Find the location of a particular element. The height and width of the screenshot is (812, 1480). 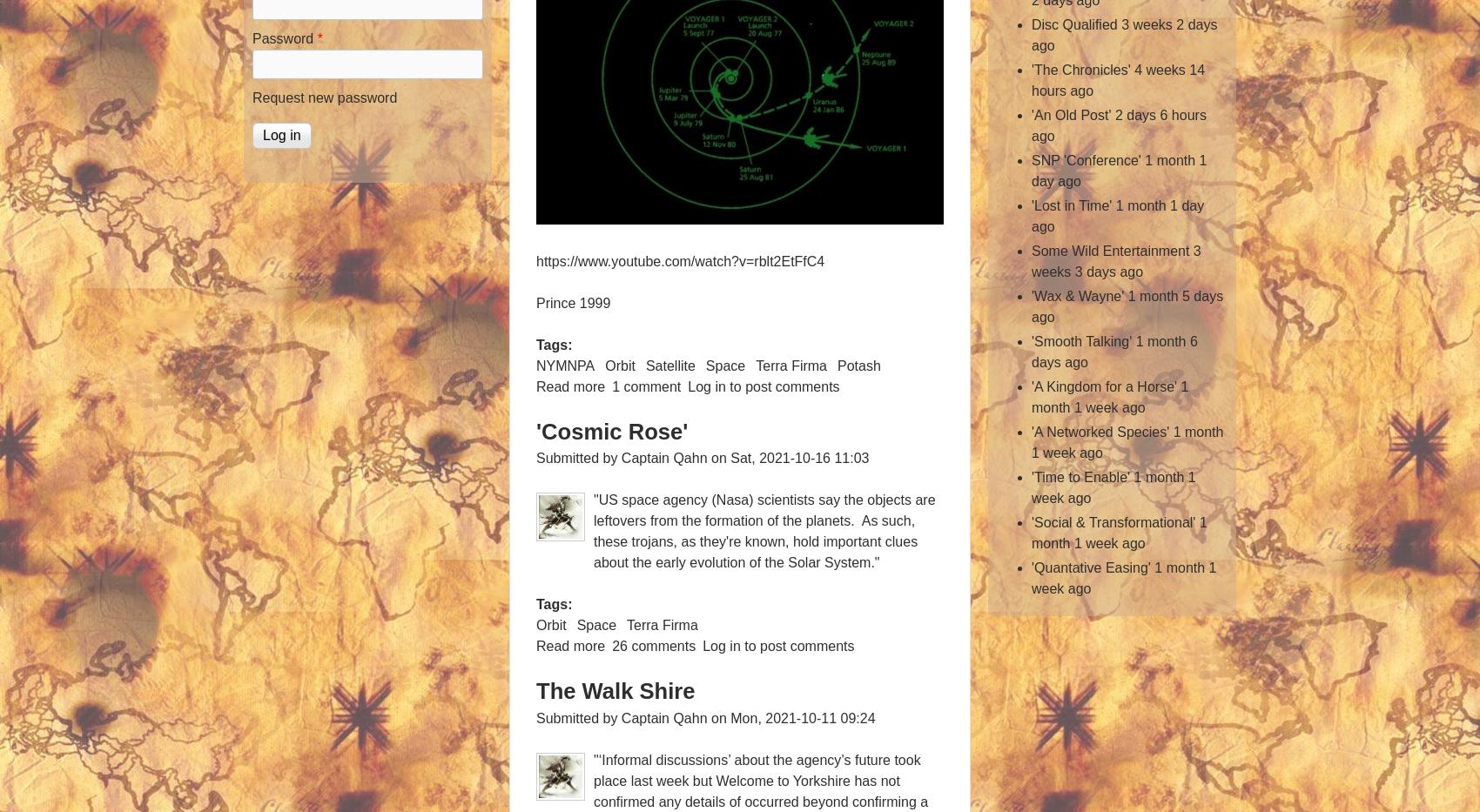

'1 month 5 days ago' is located at coordinates (1127, 305).